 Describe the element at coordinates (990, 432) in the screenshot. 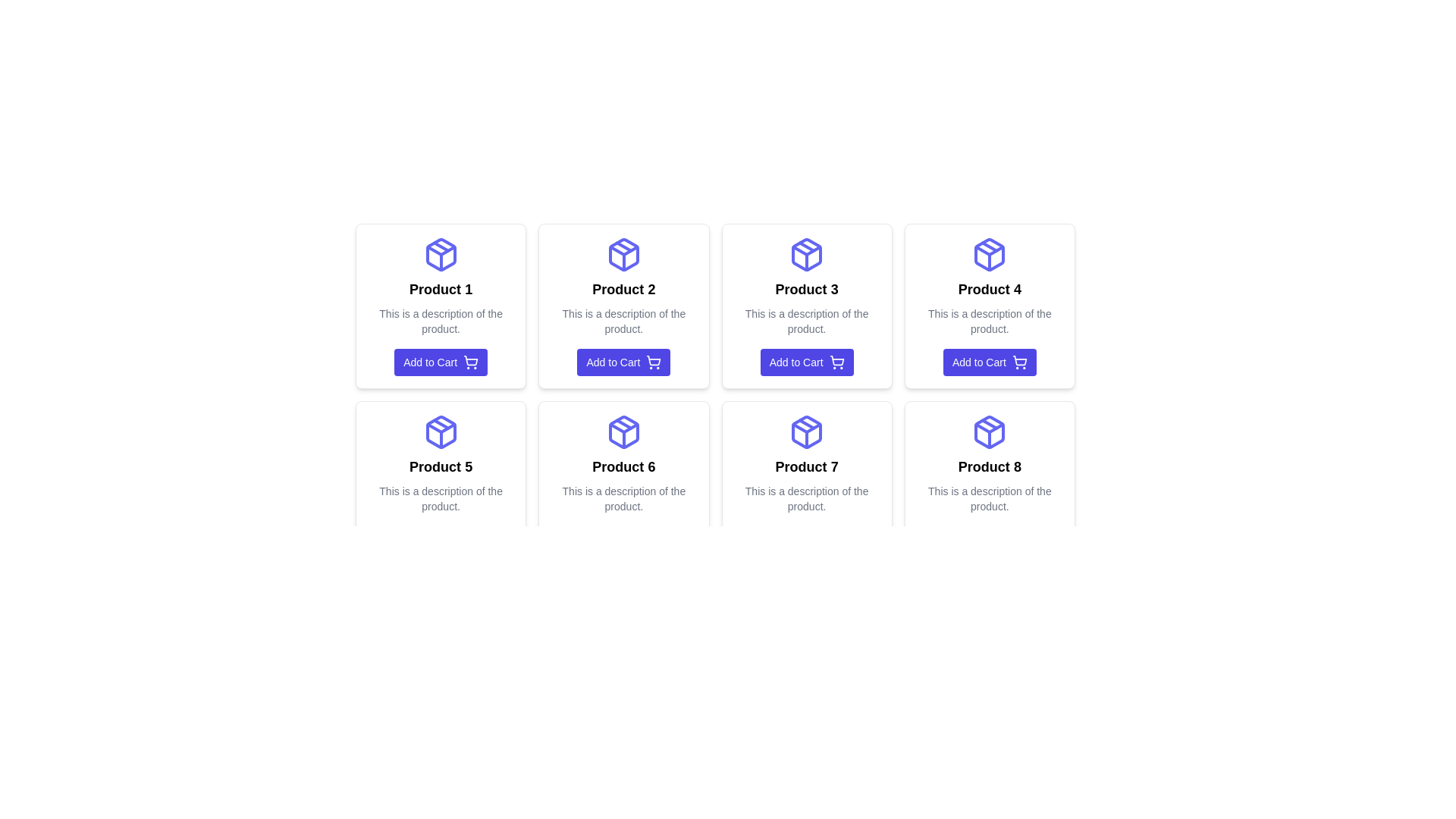

I see `the product icon located at the top of the 'Product 8' card, which is centrally positioned above the title text within the card` at that location.